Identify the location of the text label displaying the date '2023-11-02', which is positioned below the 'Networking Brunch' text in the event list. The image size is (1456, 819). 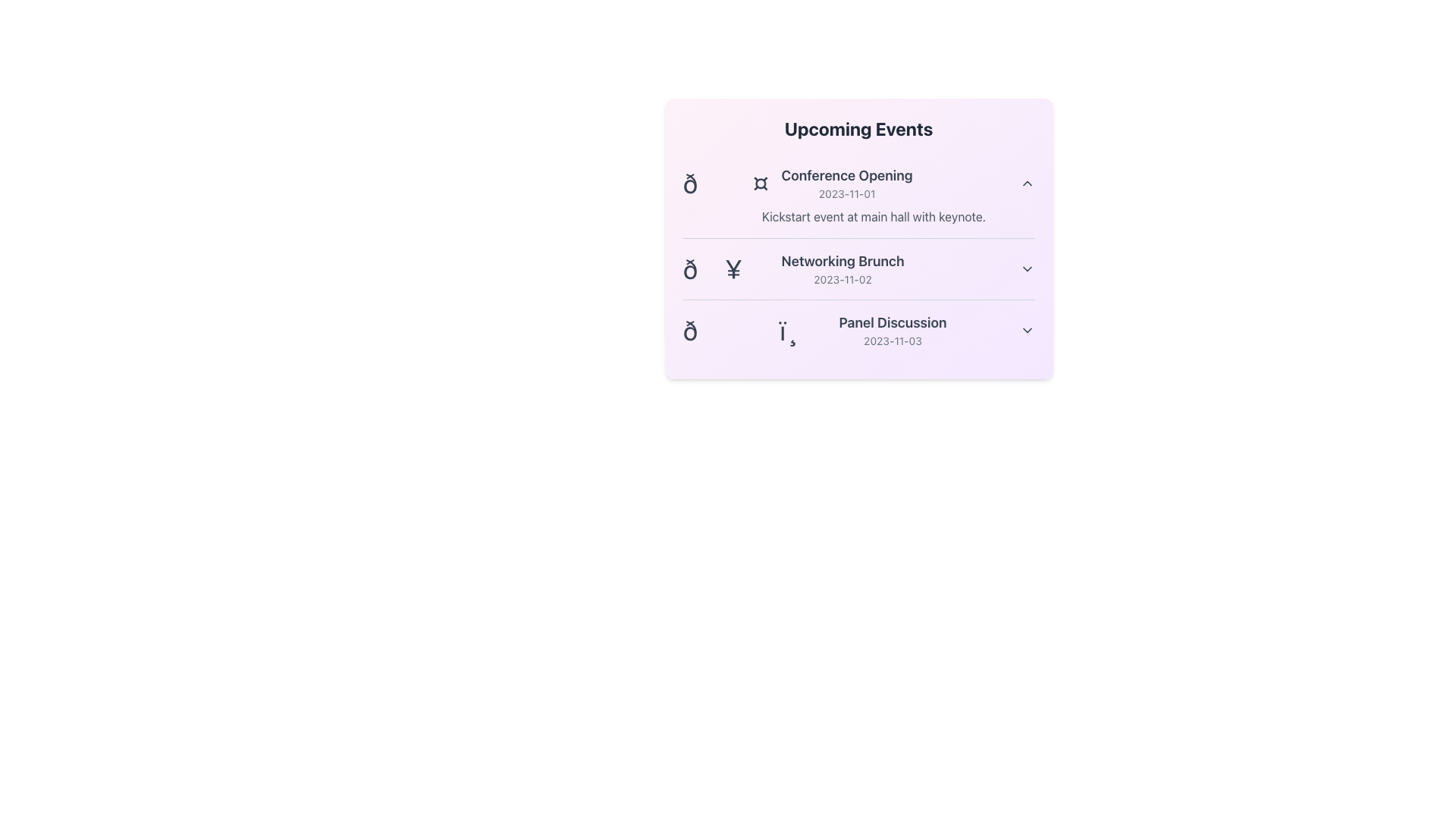
(842, 280).